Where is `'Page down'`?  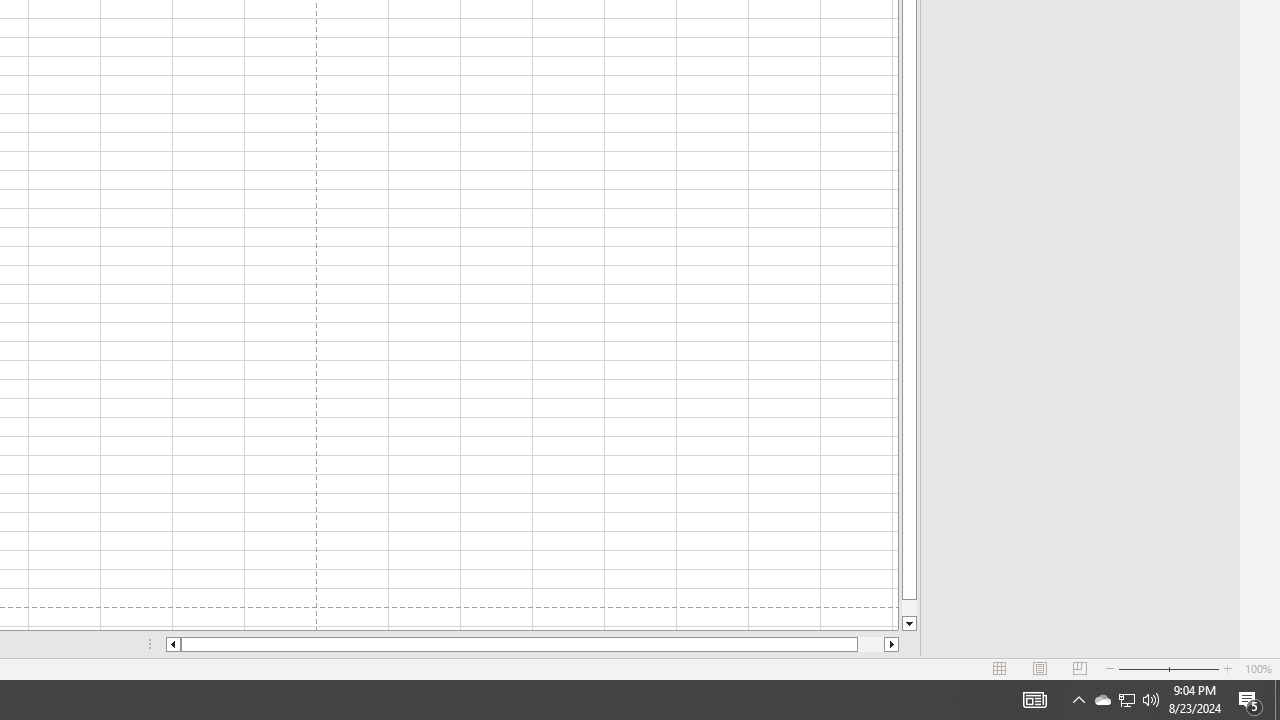 'Page down' is located at coordinates (908, 607).